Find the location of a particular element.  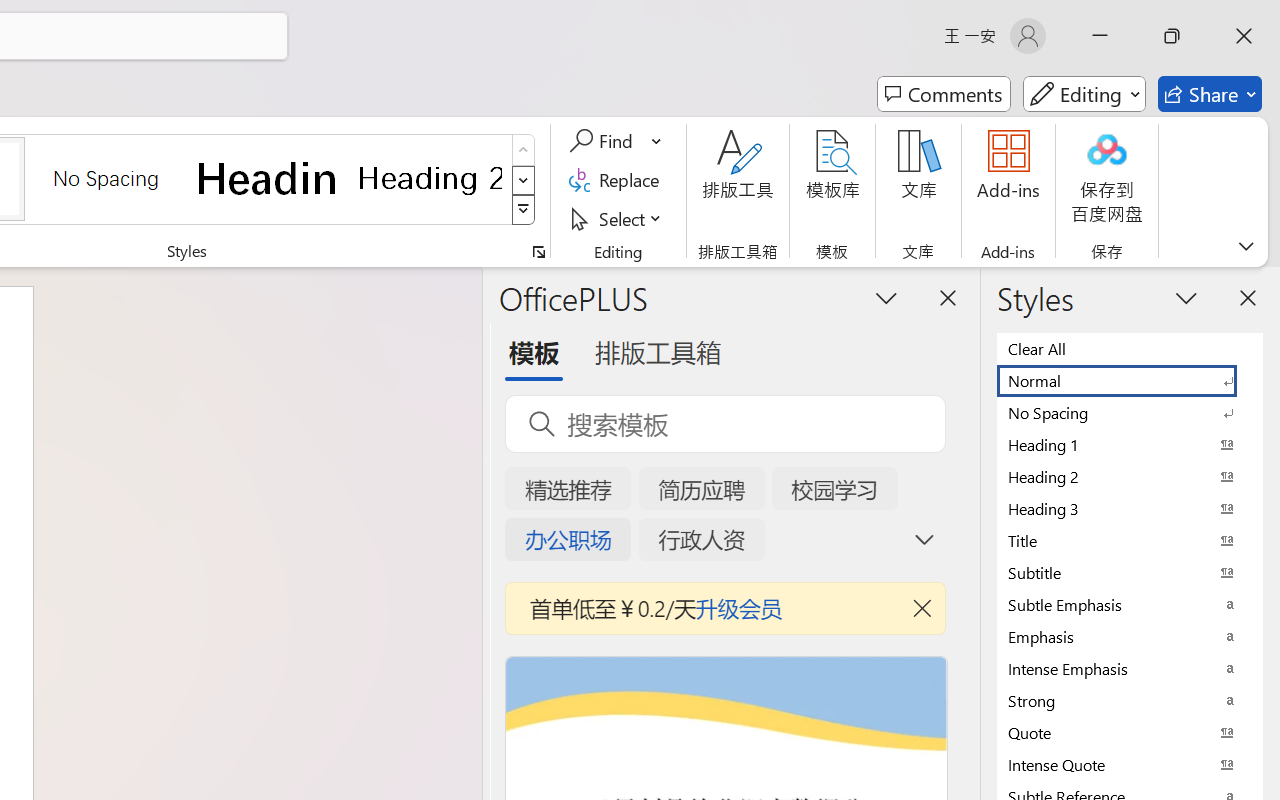

'Title' is located at coordinates (1130, 540).